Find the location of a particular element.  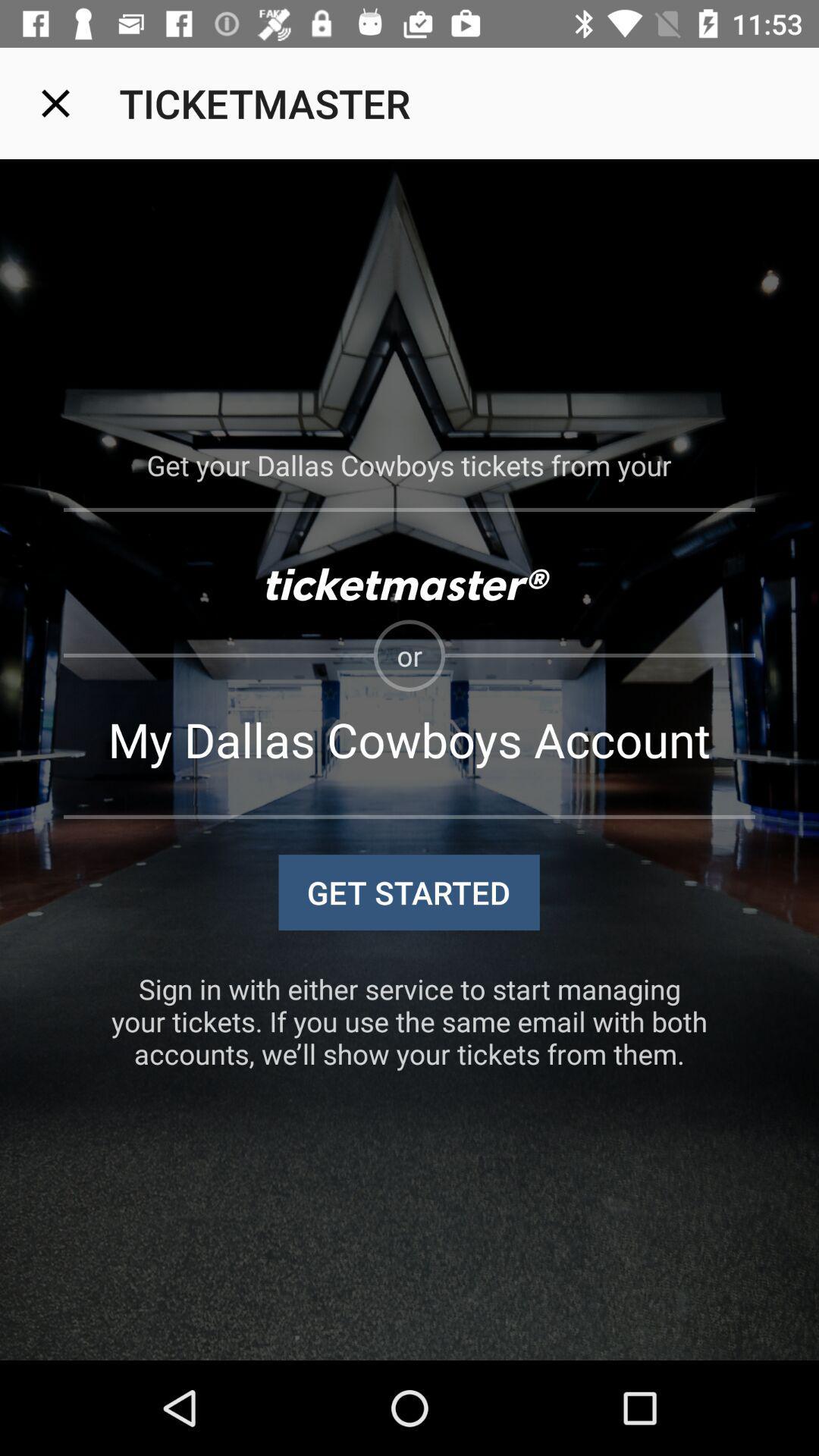

the window is located at coordinates (55, 102).